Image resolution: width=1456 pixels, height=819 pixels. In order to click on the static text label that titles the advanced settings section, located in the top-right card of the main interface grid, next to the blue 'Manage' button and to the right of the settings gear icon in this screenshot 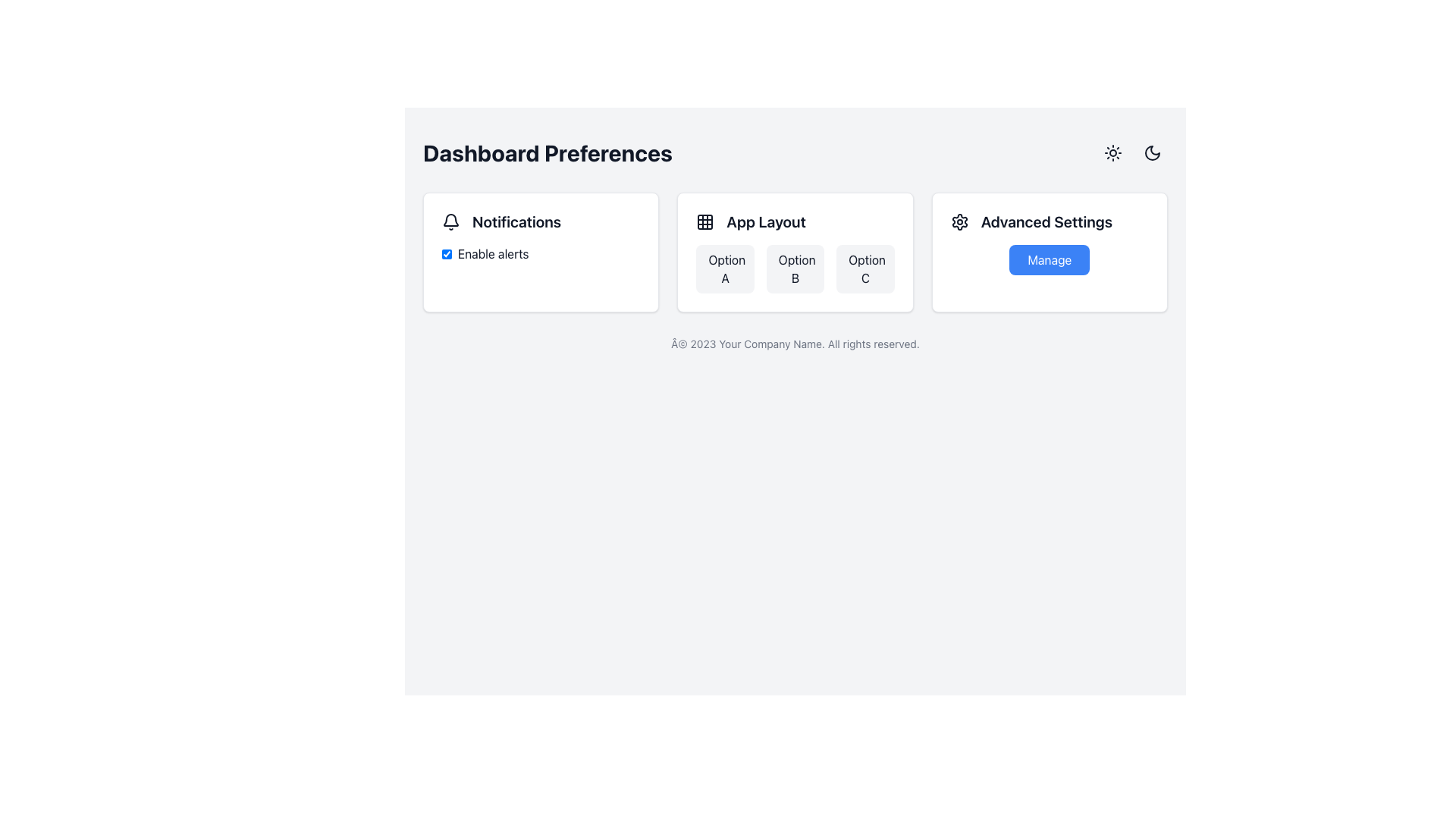, I will do `click(1046, 222)`.